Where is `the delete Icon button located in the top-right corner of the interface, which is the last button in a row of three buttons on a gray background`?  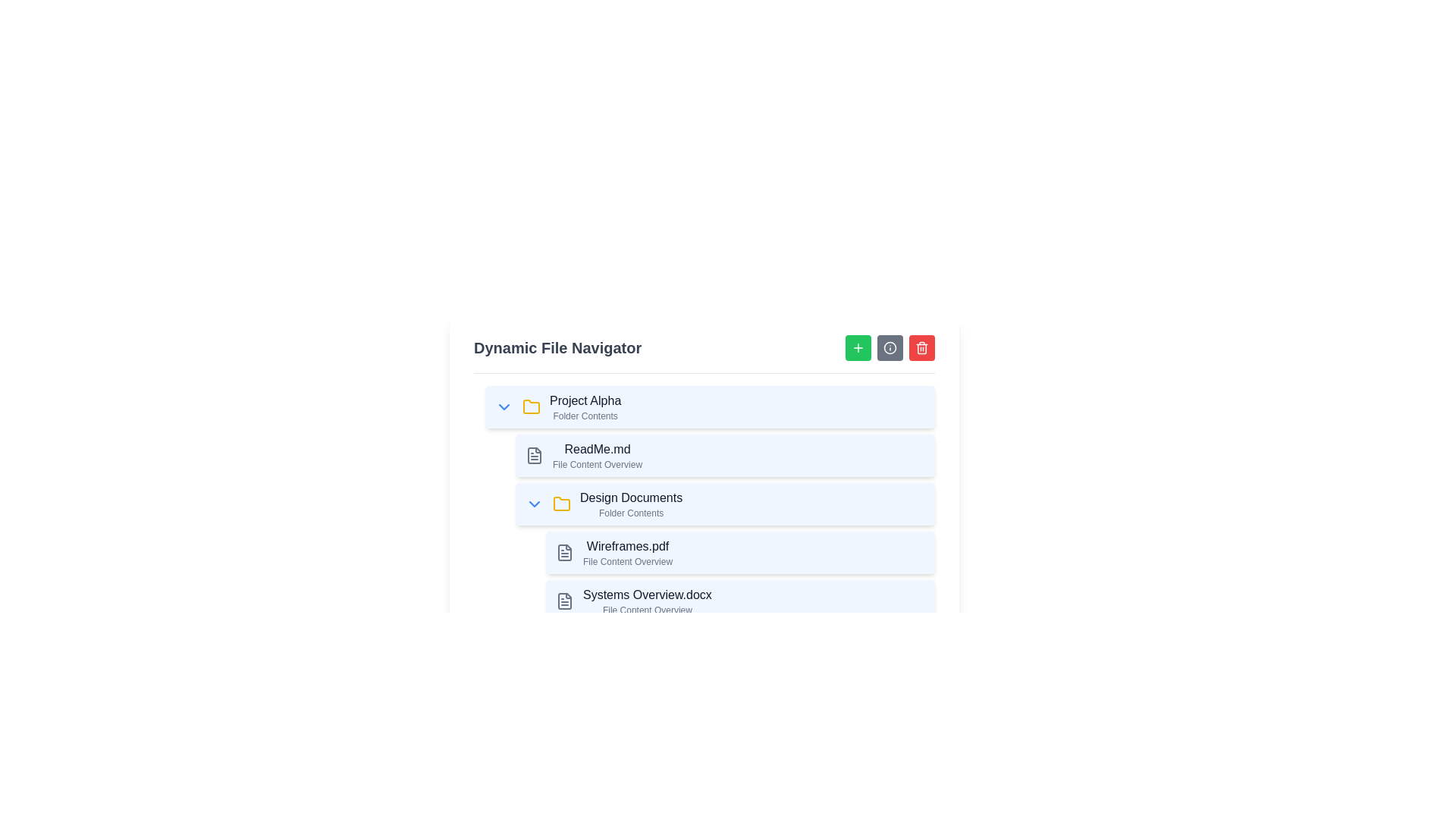
the delete Icon button located in the top-right corner of the interface, which is the last button in a row of three buttons on a gray background is located at coordinates (921, 348).